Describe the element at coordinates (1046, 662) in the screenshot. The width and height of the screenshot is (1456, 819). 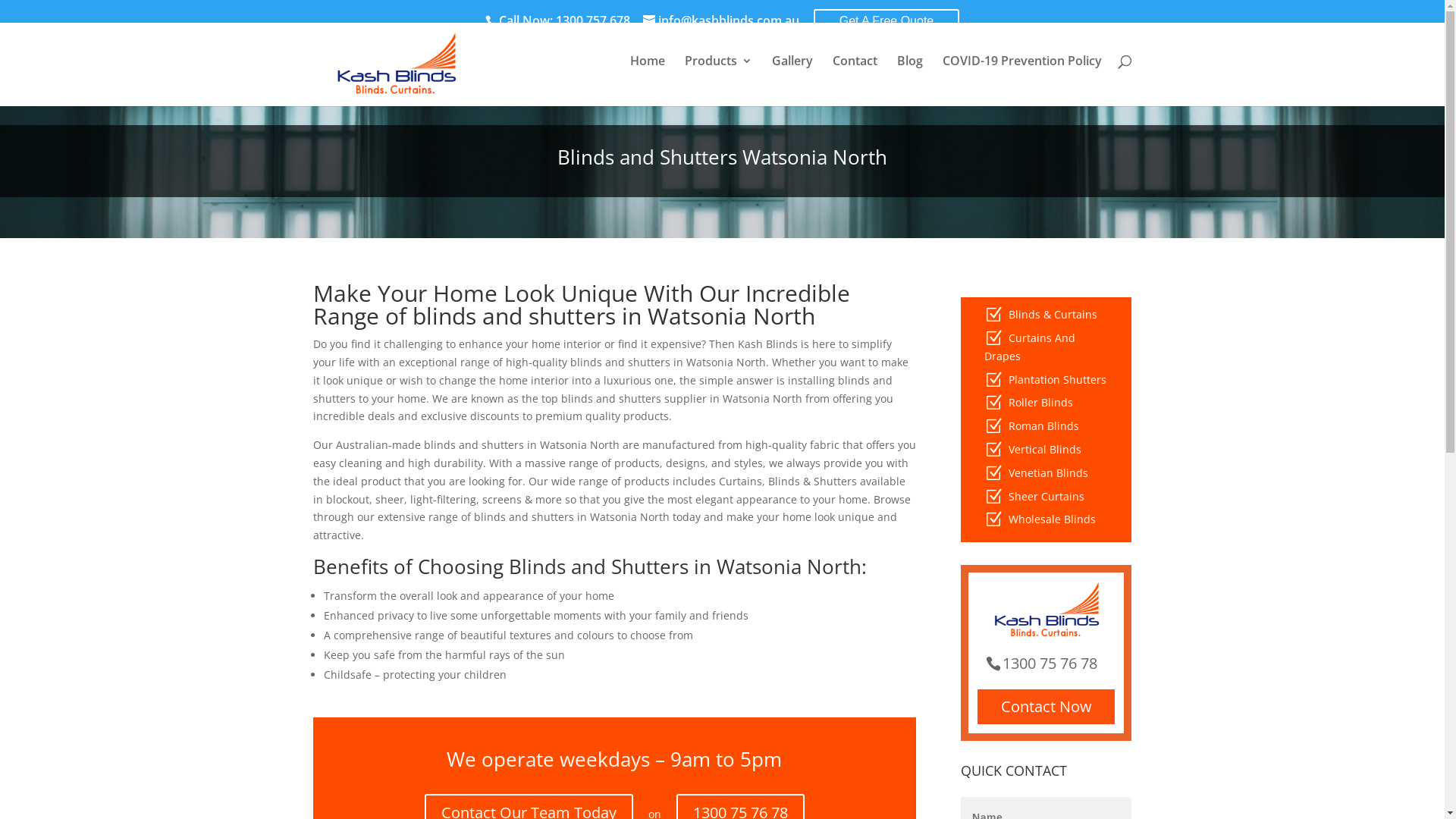
I see `'1300 75 76 78'` at that location.